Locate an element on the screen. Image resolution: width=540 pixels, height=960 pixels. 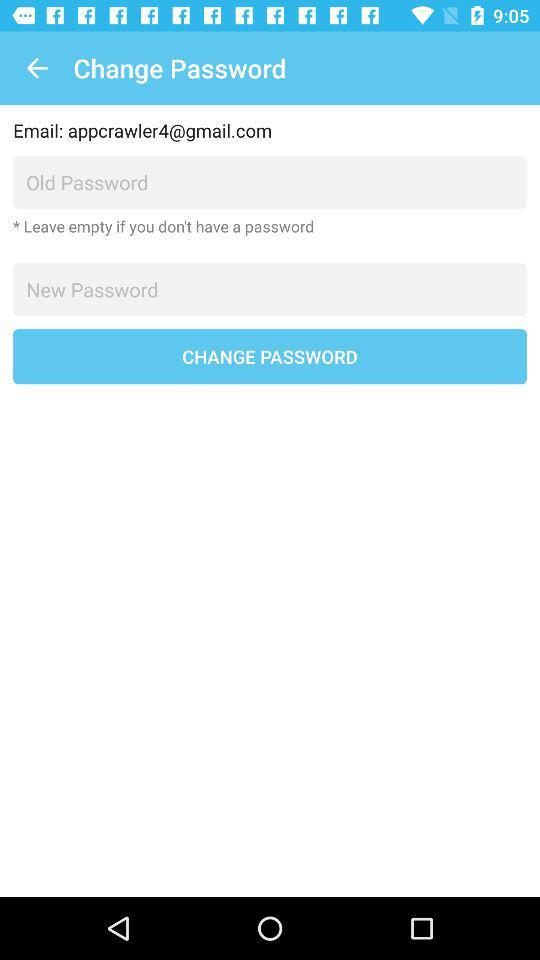
the item above email appcrawler4 gmail item is located at coordinates (36, 68).